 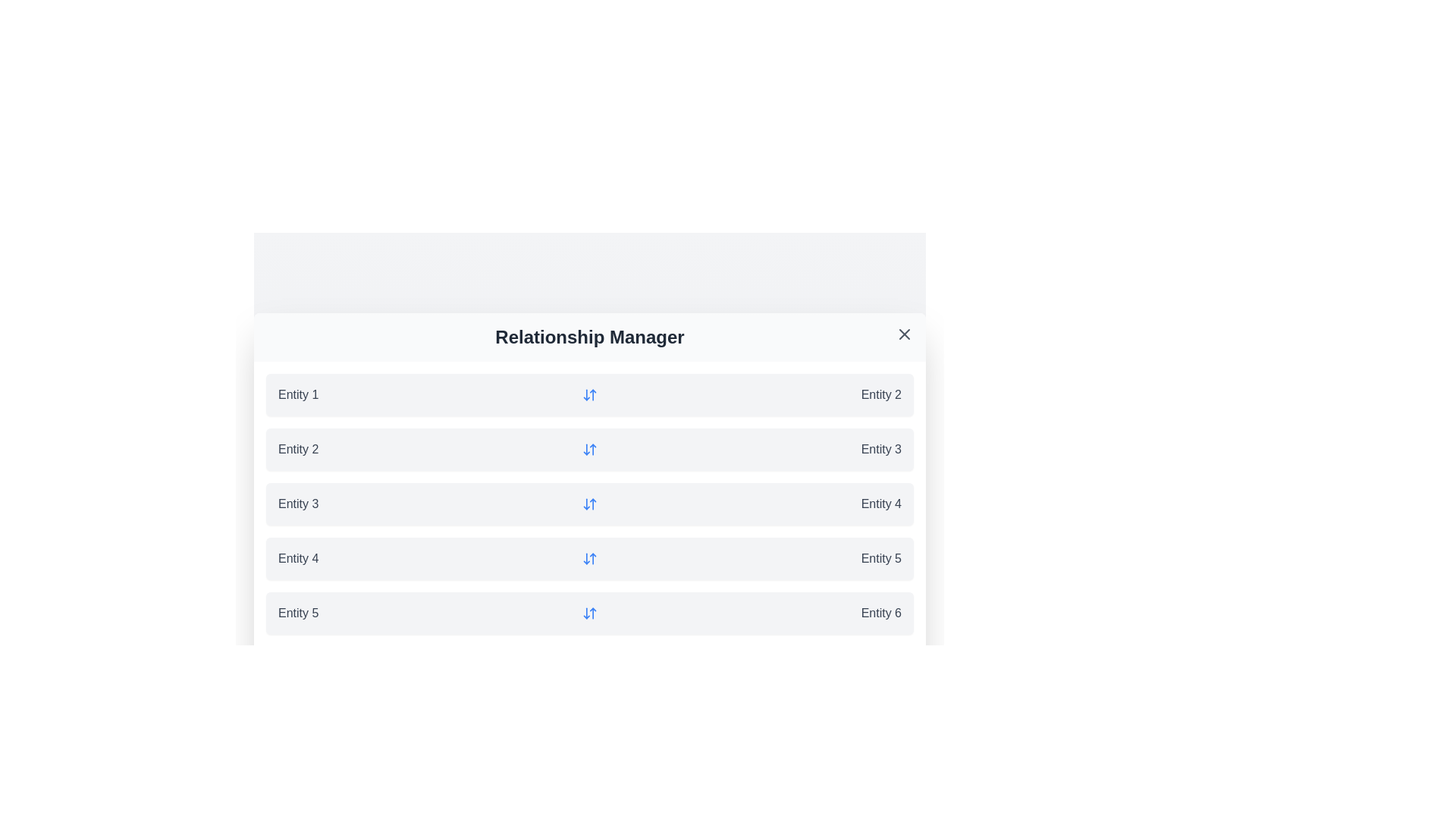 I want to click on the close icon to close the dialog, so click(x=905, y=333).